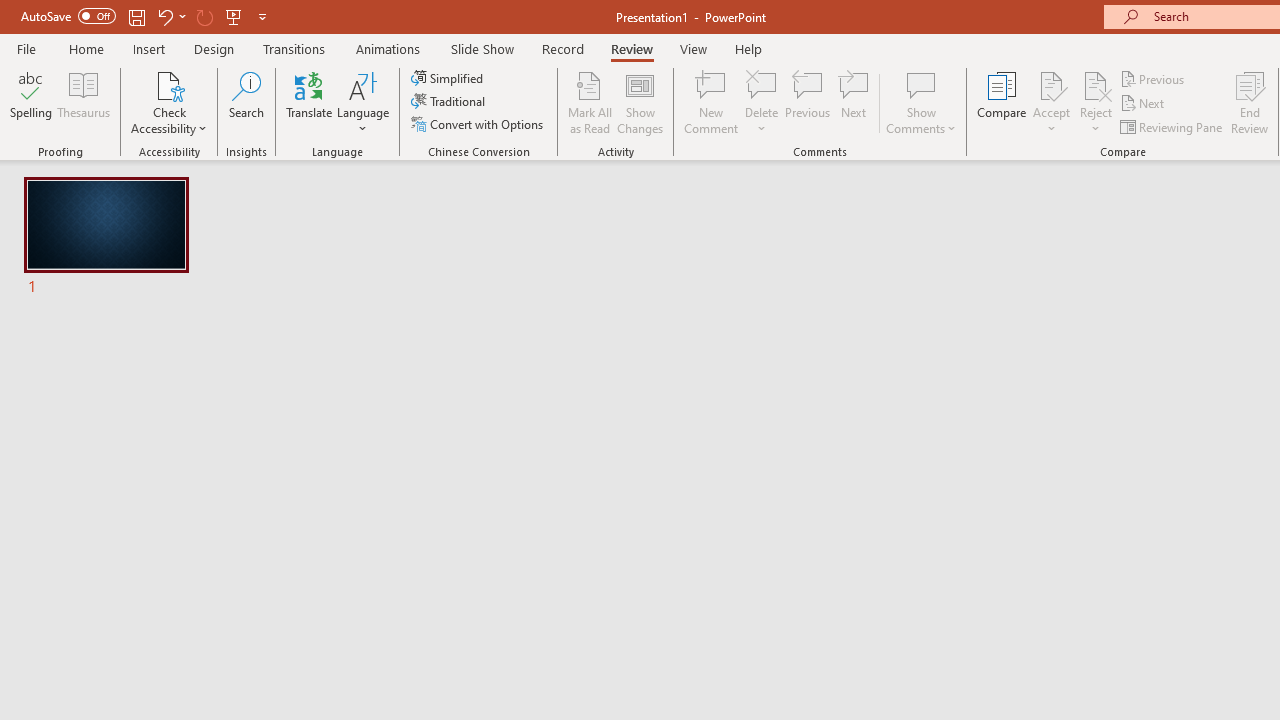 The width and height of the screenshot is (1280, 720). I want to click on 'Compare', so click(1002, 103).